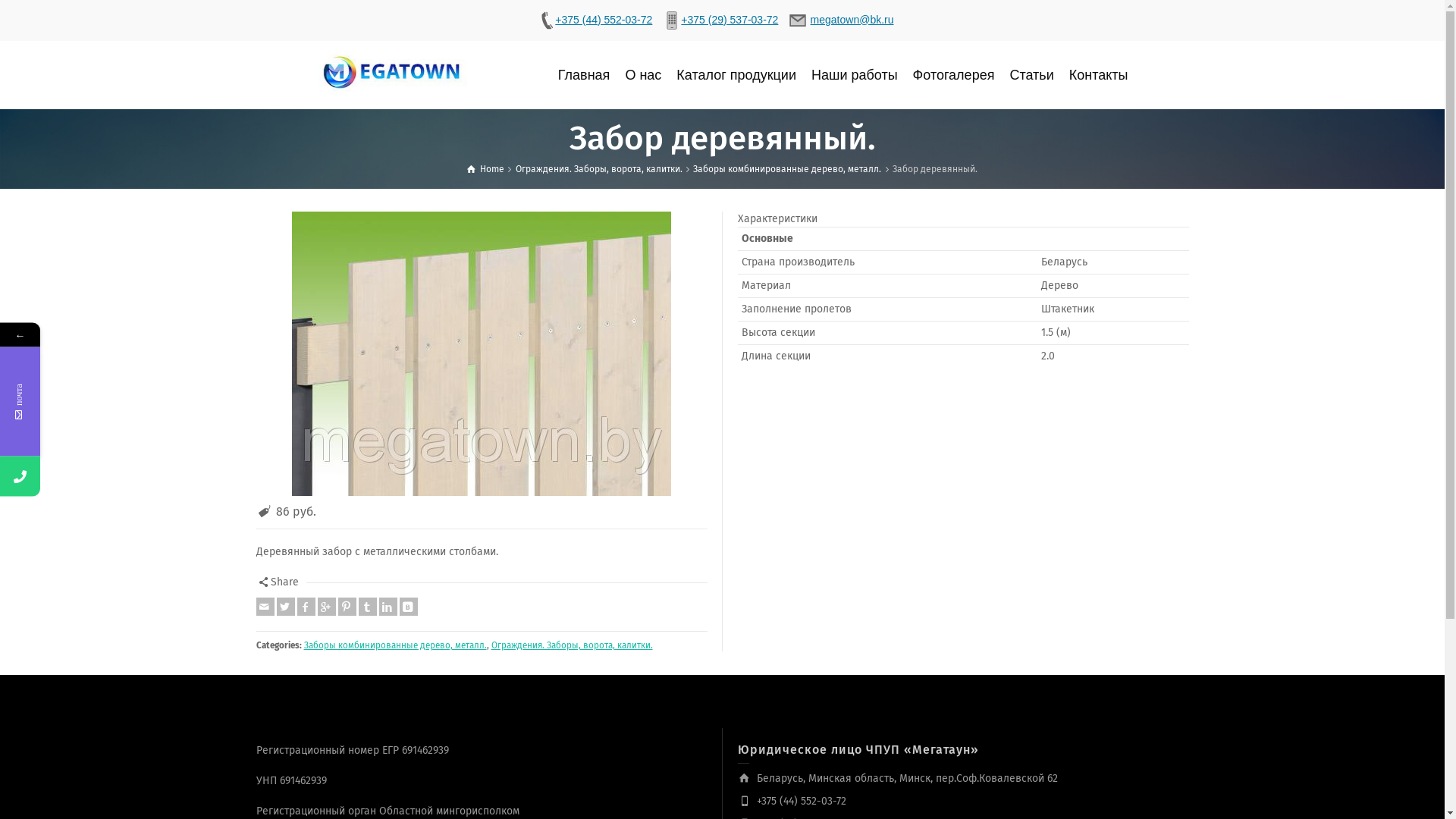 The width and height of the screenshot is (1456, 819). Describe the element at coordinates (481, 353) in the screenshot. I see `'Enlarge Image'` at that location.